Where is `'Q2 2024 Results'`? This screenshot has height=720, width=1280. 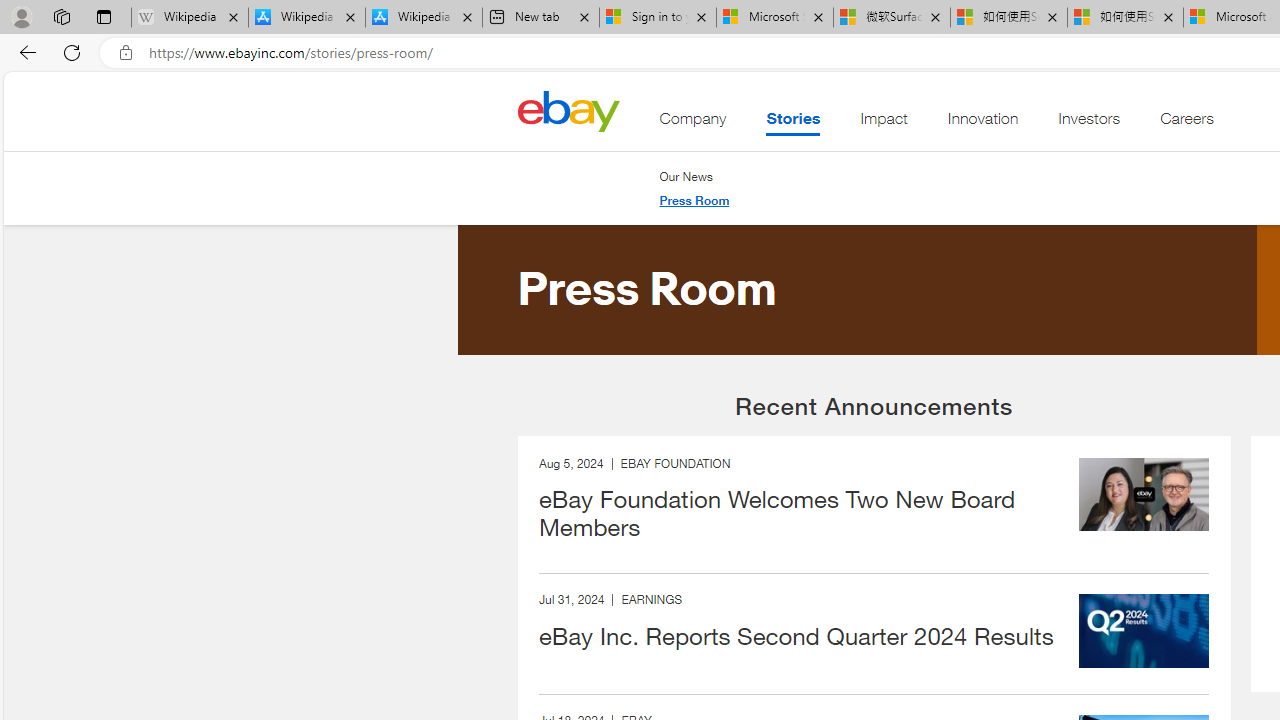
'Q2 2024 Results' is located at coordinates (1144, 631).